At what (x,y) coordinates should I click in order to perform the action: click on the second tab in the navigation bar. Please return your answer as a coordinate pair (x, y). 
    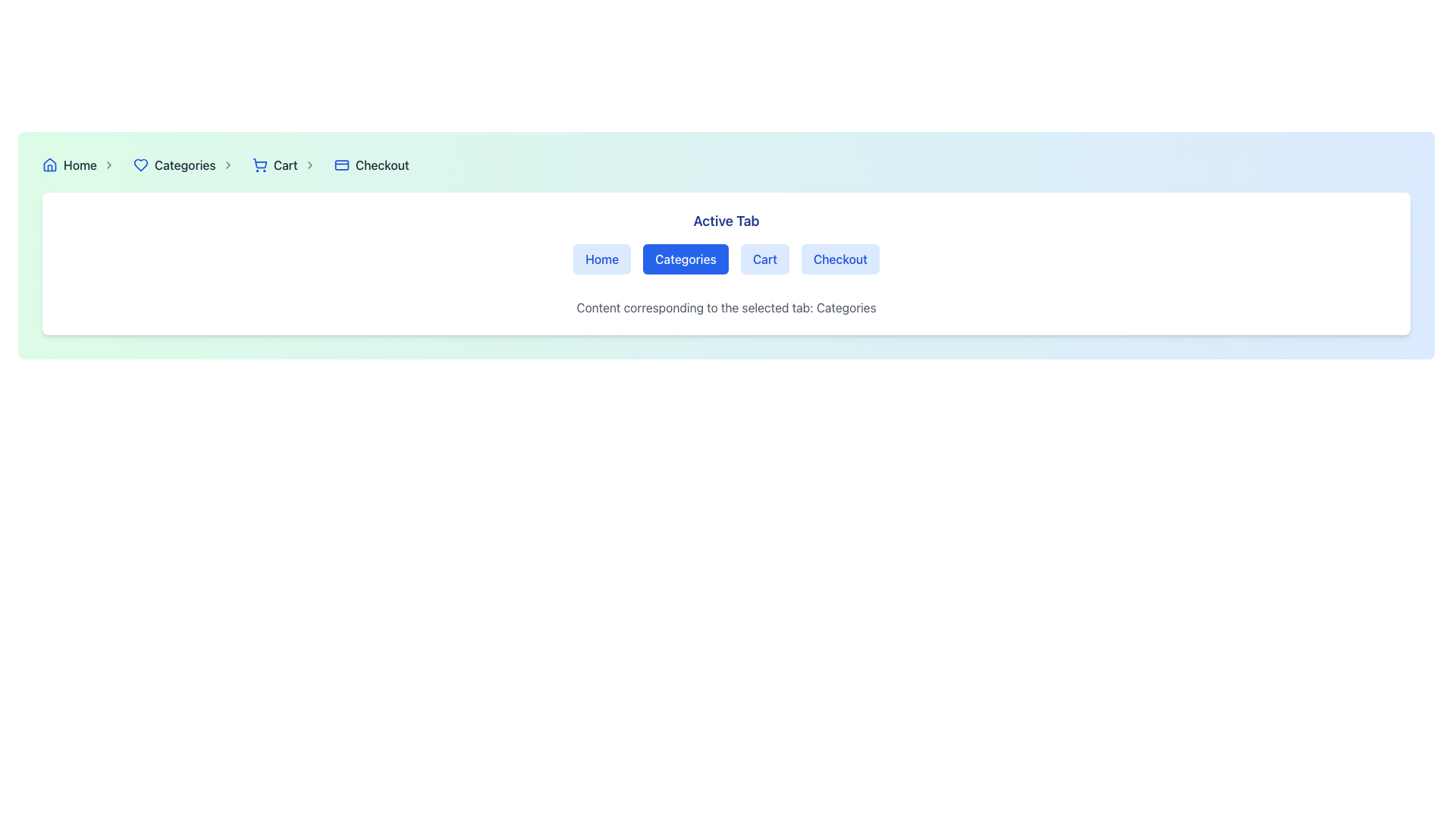
    Looking at the image, I should click on (726, 259).